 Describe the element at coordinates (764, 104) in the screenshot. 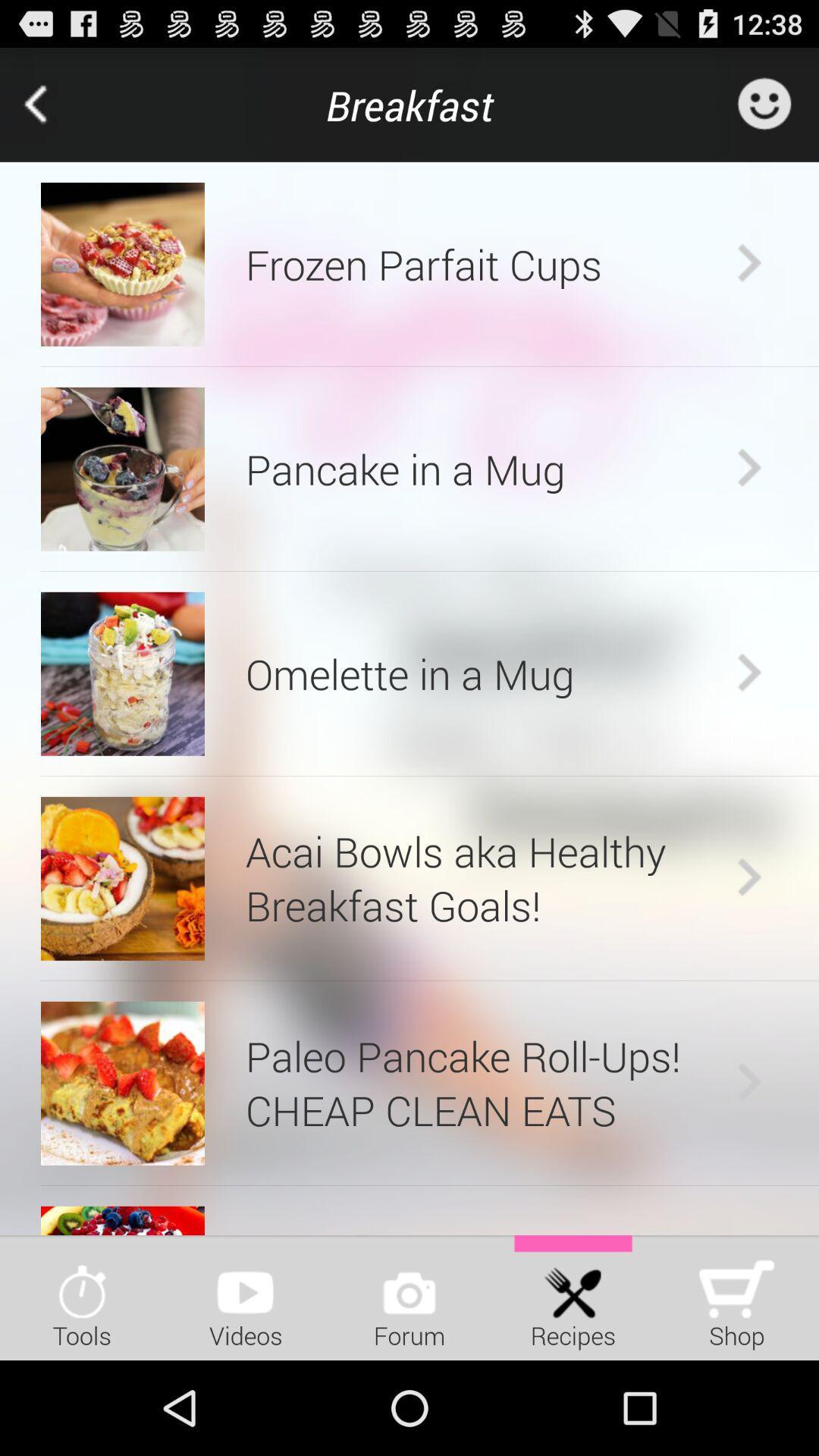

I see `the app to the right of breakfast` at that location.